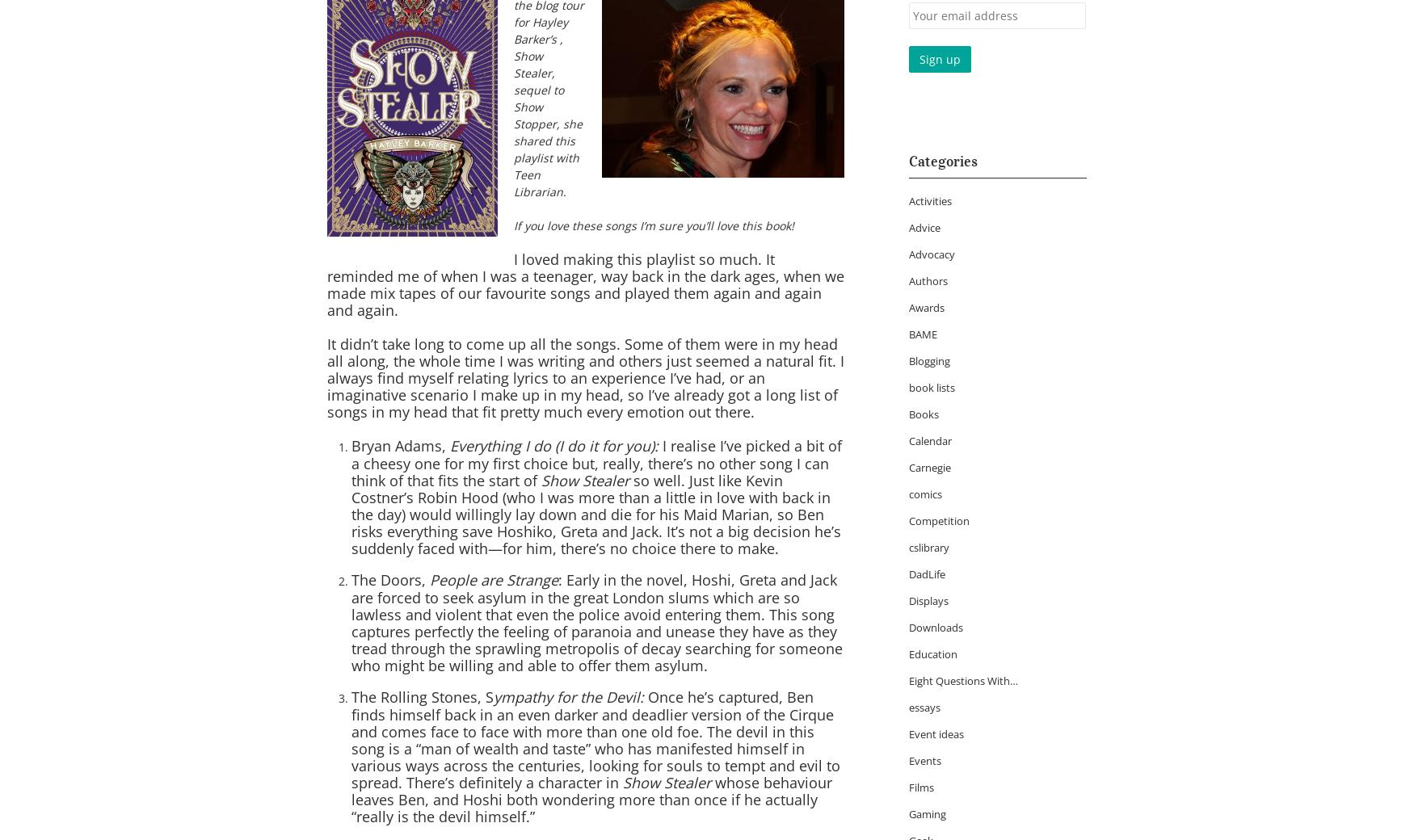 This screenshot has height=840, width=1414. What do you see at coordinates (926, 574) in the screenshot?
I see `'DadLife'` at bounding box center [926, 574].